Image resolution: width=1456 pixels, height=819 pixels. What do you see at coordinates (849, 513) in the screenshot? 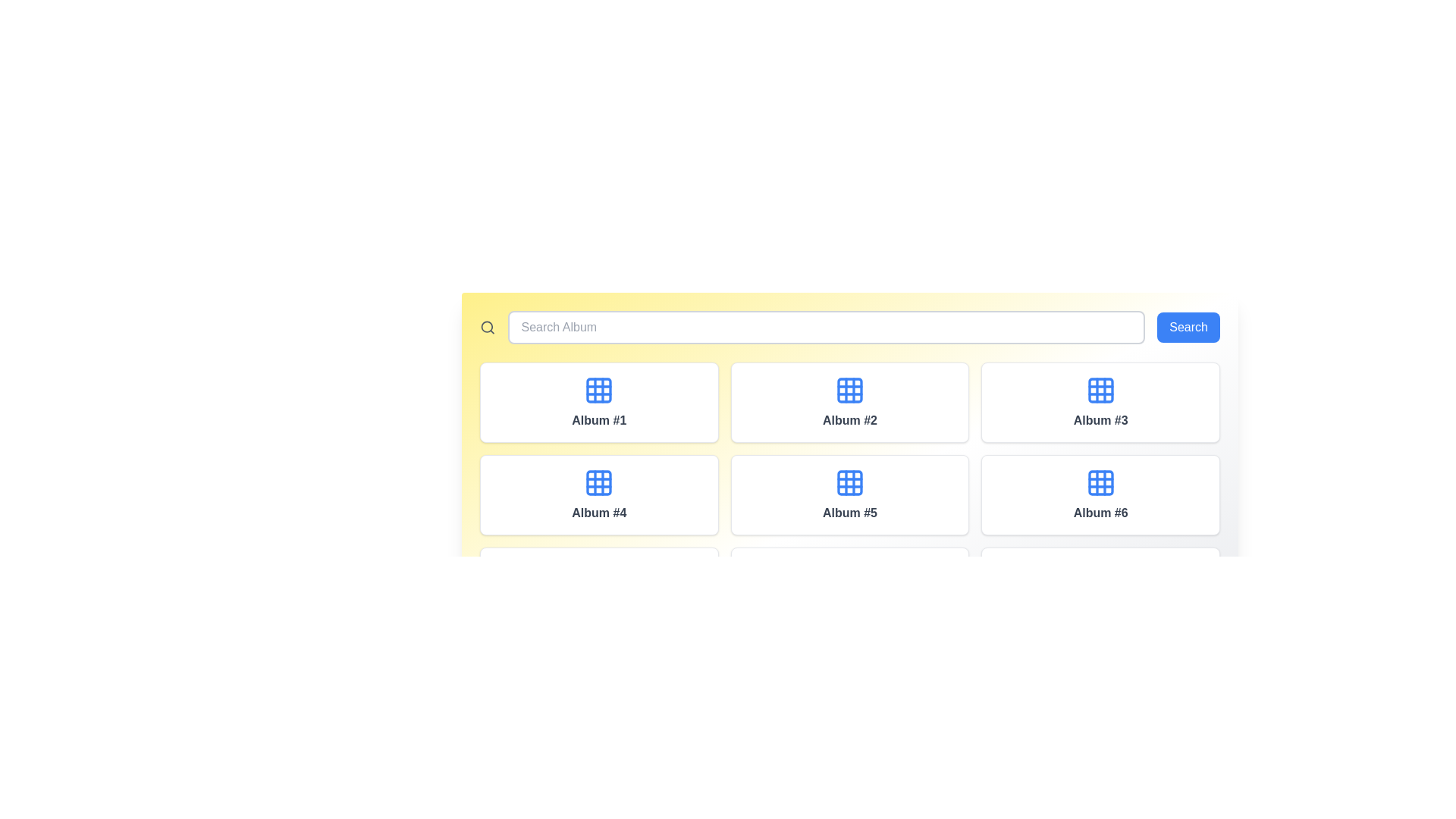
I see `the text label displaying 'Album #5' which is located in the bottom-right quadrant of a grid layout, part of a card in the second row, third column` at bounding box center [849, 513].